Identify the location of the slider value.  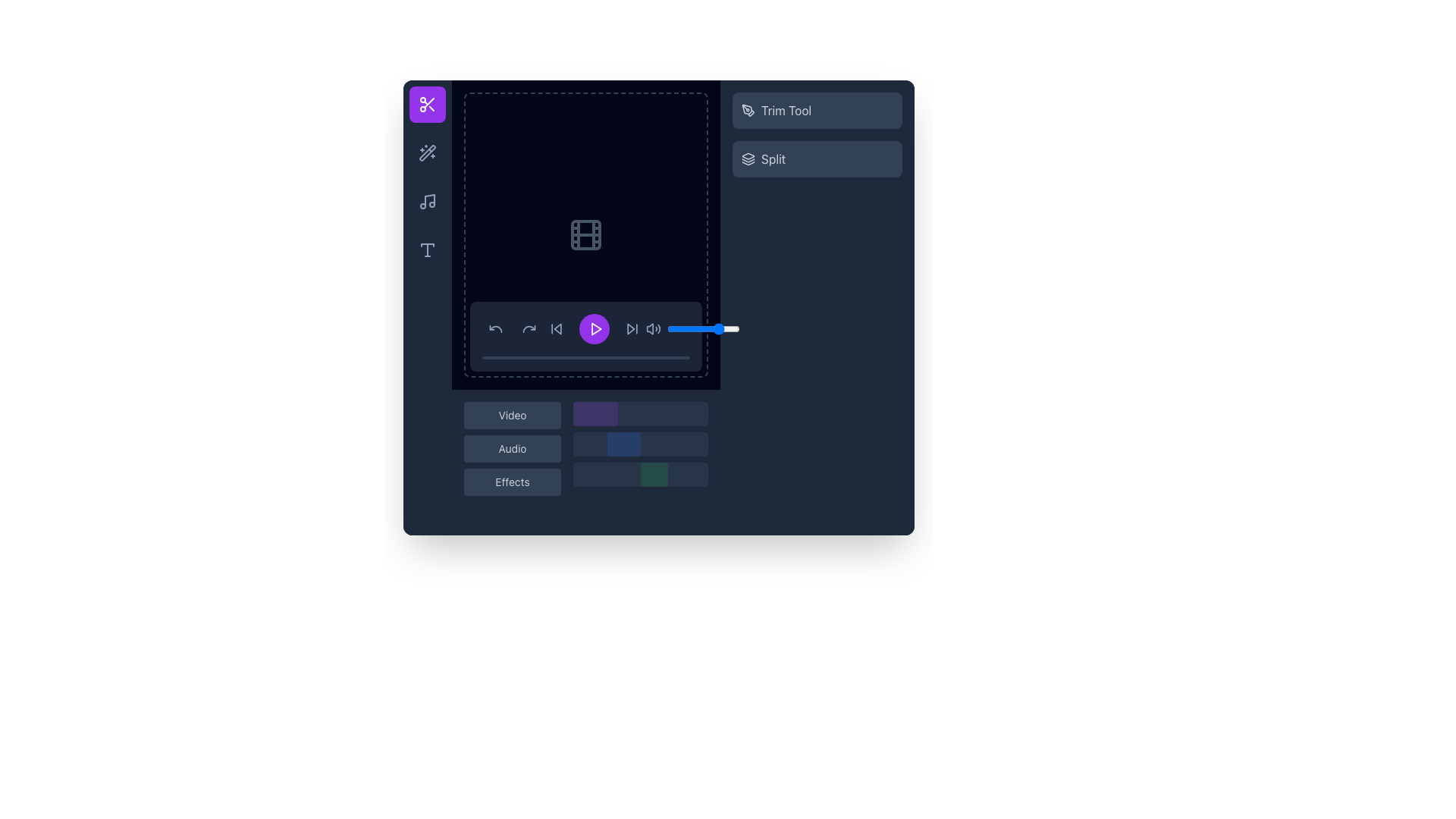
(671, 328).